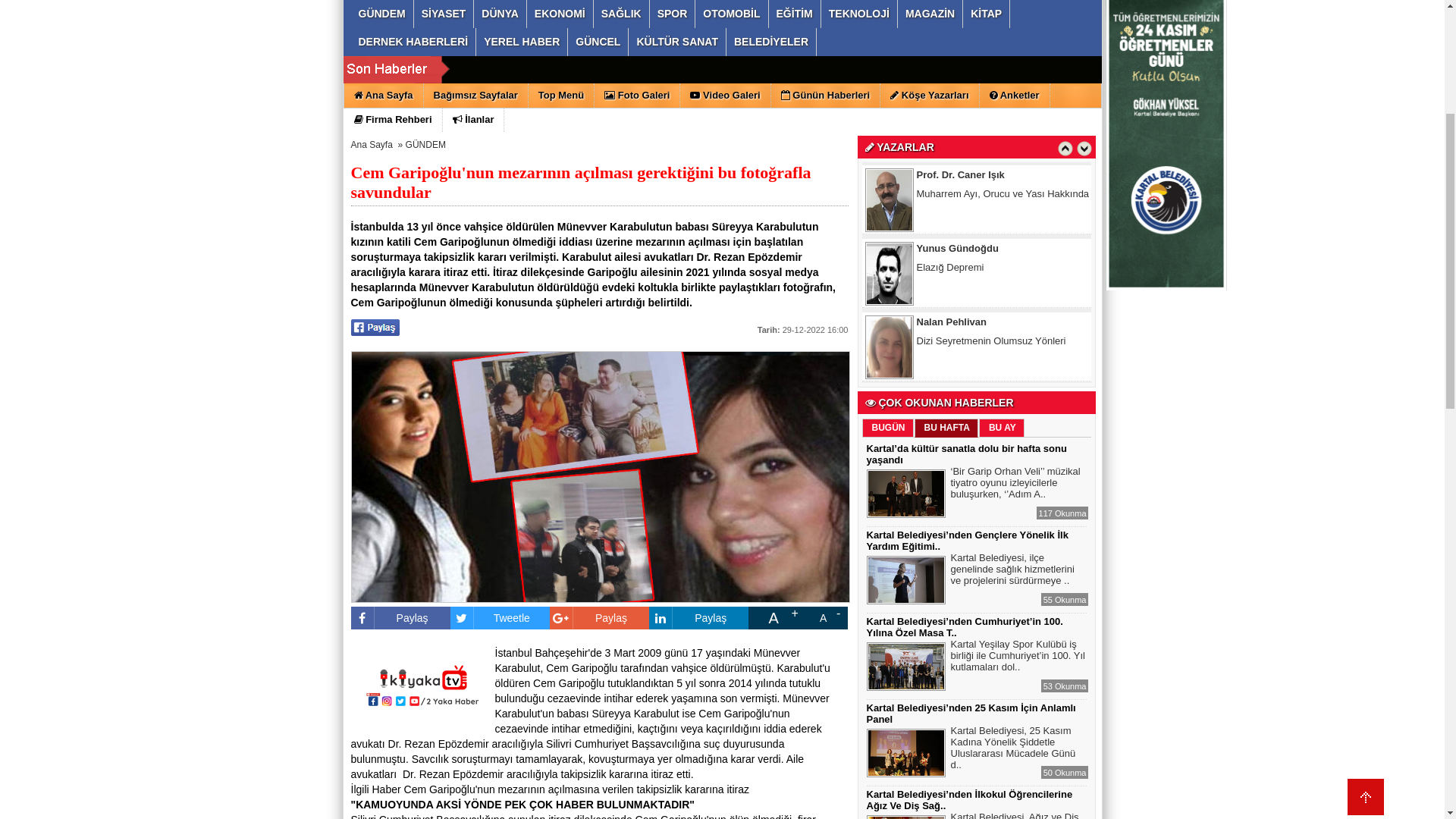 The height and width of the screenshot is (819, 1456). I want to click on 'Twitter Tweet Button', so click(491, 610).